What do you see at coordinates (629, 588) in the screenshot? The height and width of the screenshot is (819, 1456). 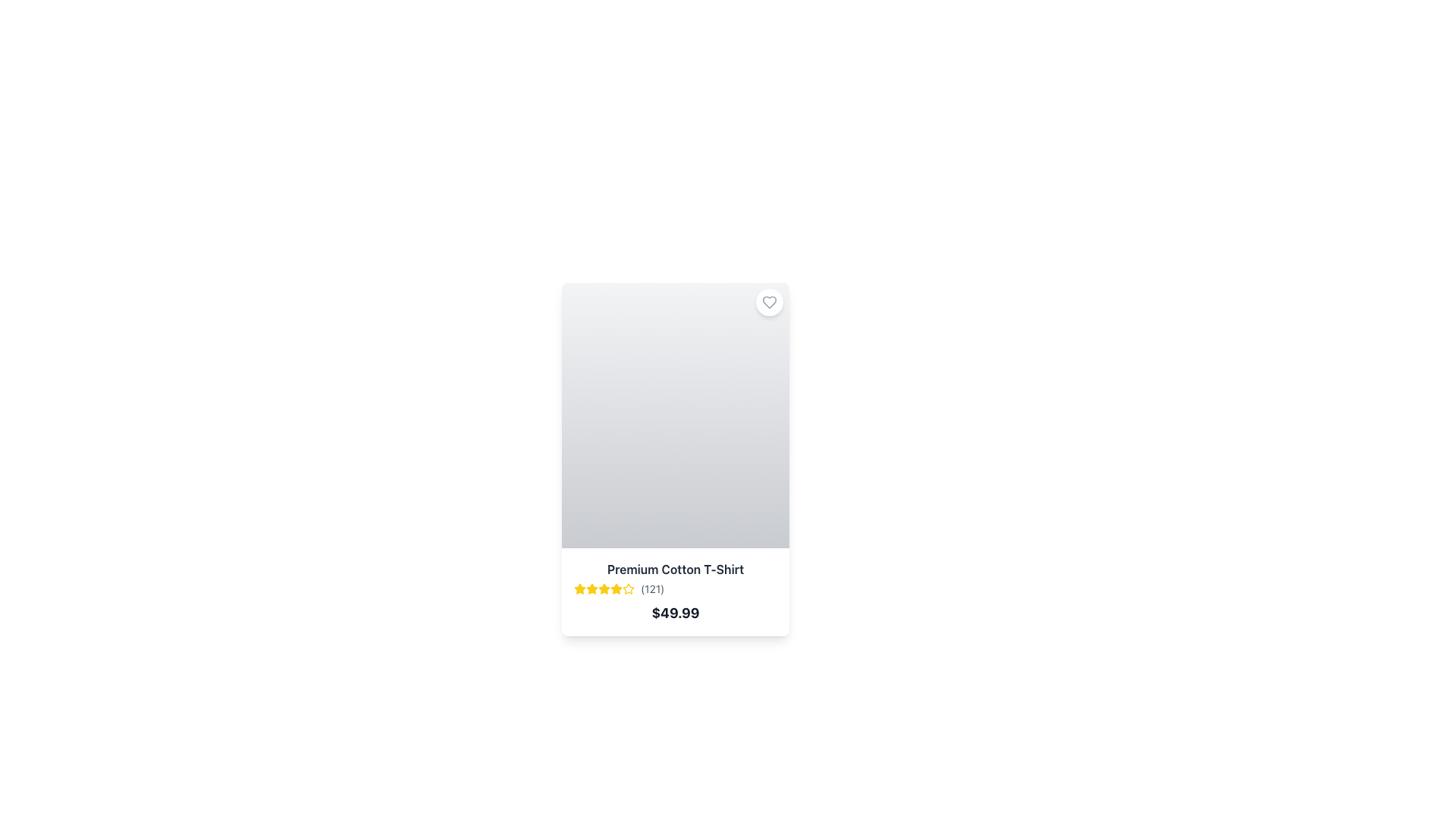 I see `the sixth star icon in the rating system, which is displayed horizontally below the product image and above the product name and price` at bounding box center [629, 588].